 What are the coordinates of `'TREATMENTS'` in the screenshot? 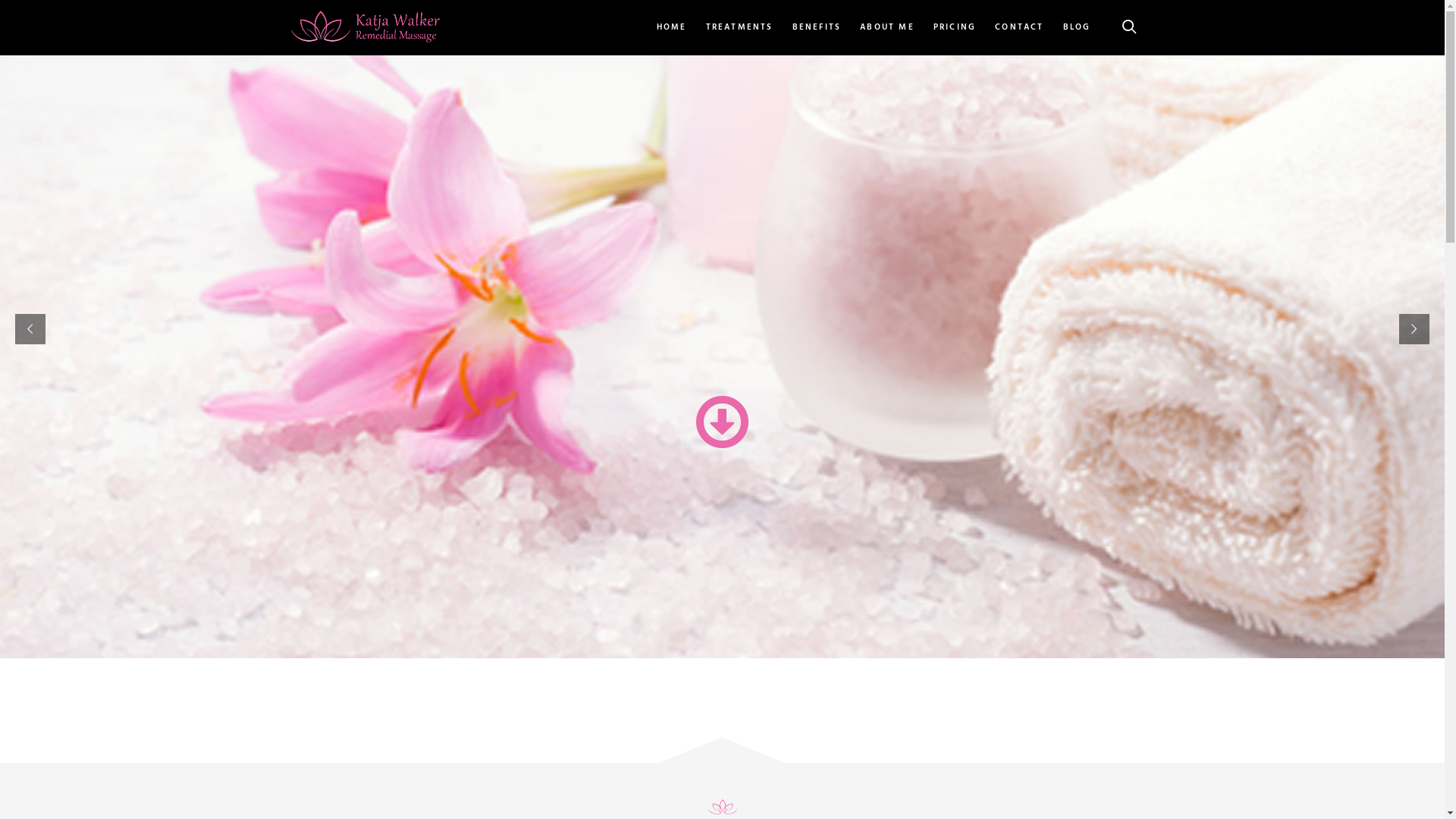 It's located at (739, 27).